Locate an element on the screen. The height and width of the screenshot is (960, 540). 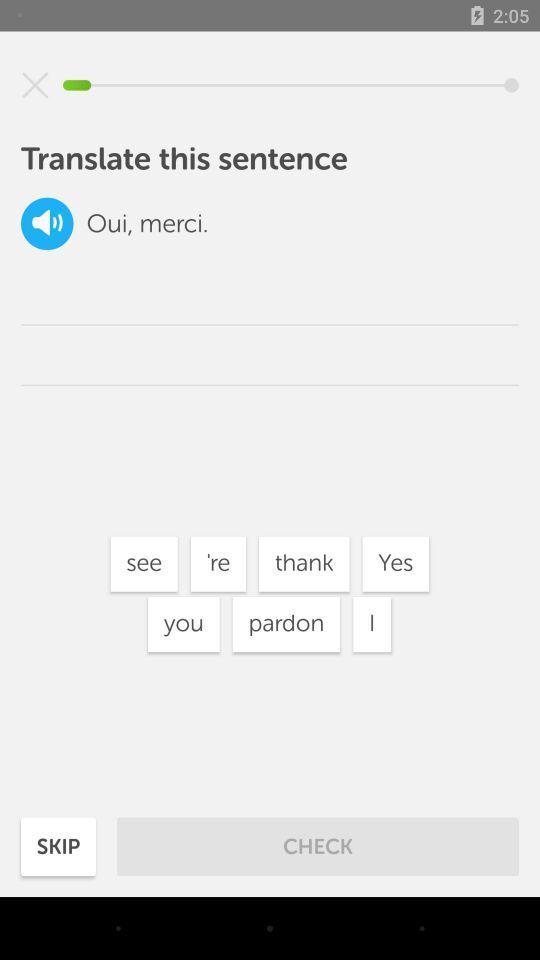
item at the bottom left corner is located at coordinates (58, 845).